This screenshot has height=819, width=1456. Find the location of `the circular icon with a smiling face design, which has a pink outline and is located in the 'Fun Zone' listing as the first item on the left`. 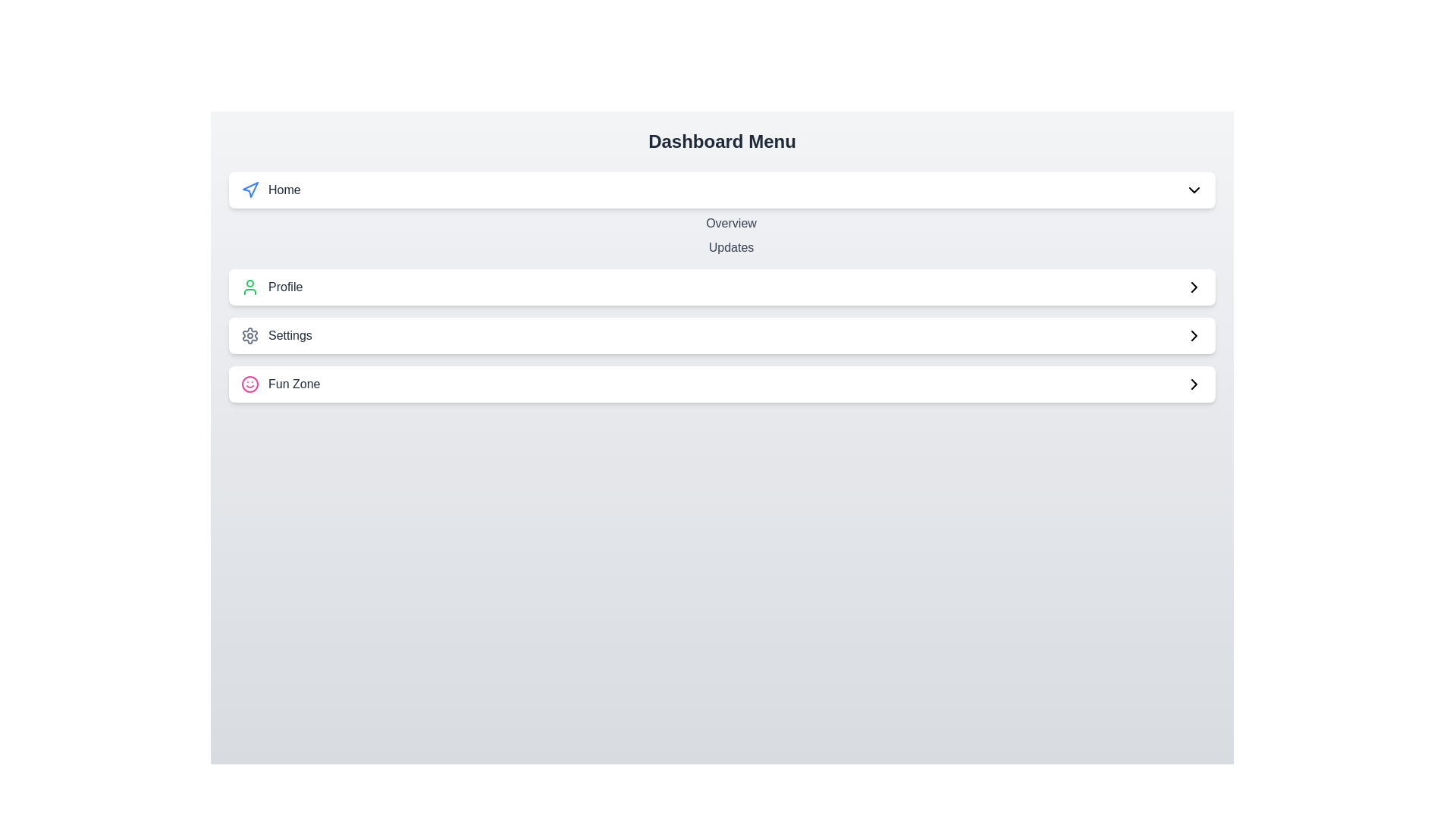

the circular icon with a smiling face design, which has a pink outline and is located in the 'Fun Zone' listing as the first item on the left is located at coordinates (250, 383).